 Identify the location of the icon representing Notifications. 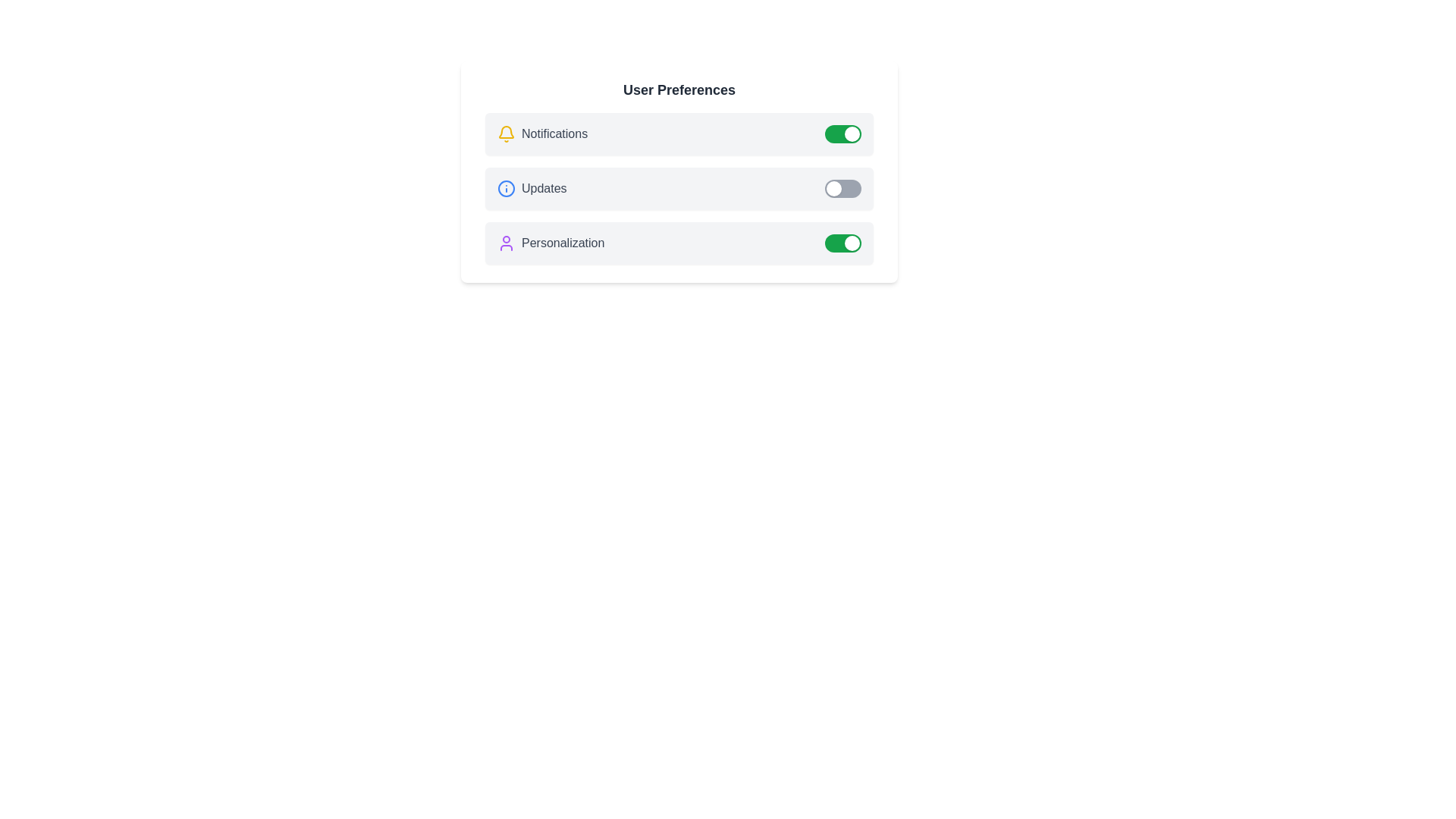
(506, 133).